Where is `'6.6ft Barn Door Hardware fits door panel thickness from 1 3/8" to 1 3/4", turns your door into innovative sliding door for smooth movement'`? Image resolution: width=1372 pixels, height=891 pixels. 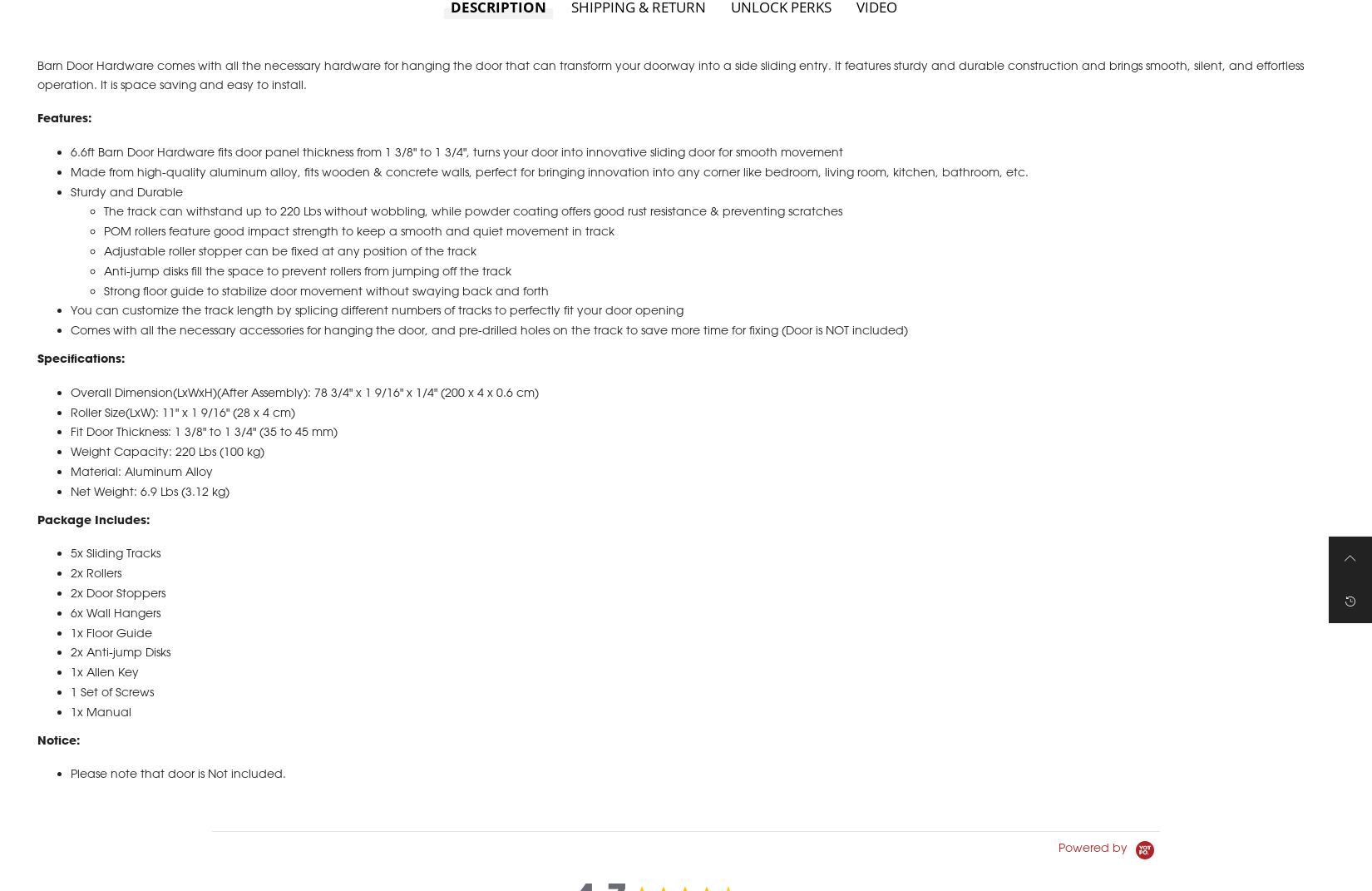
'6.6ft Barn Door Hardware fits door panel thickness from 1 3/8" to 1 3/4", turns your door into innovative sliding door for smooth movement' is located at coordinates (456, 169).